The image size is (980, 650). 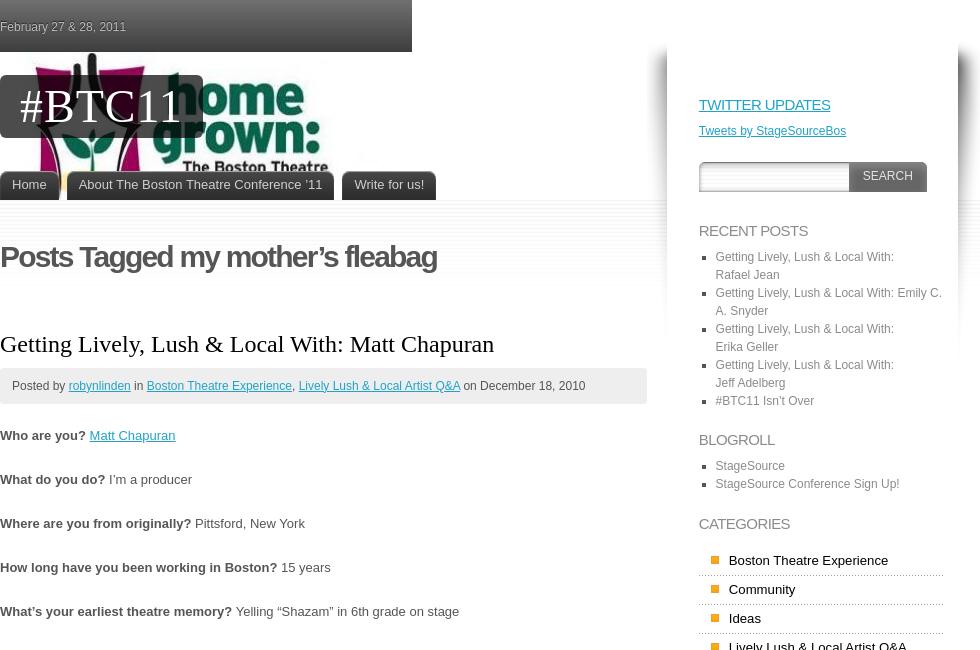 I want to click on 'Tweets by StageSourceBos', so click(x=772, y=129).